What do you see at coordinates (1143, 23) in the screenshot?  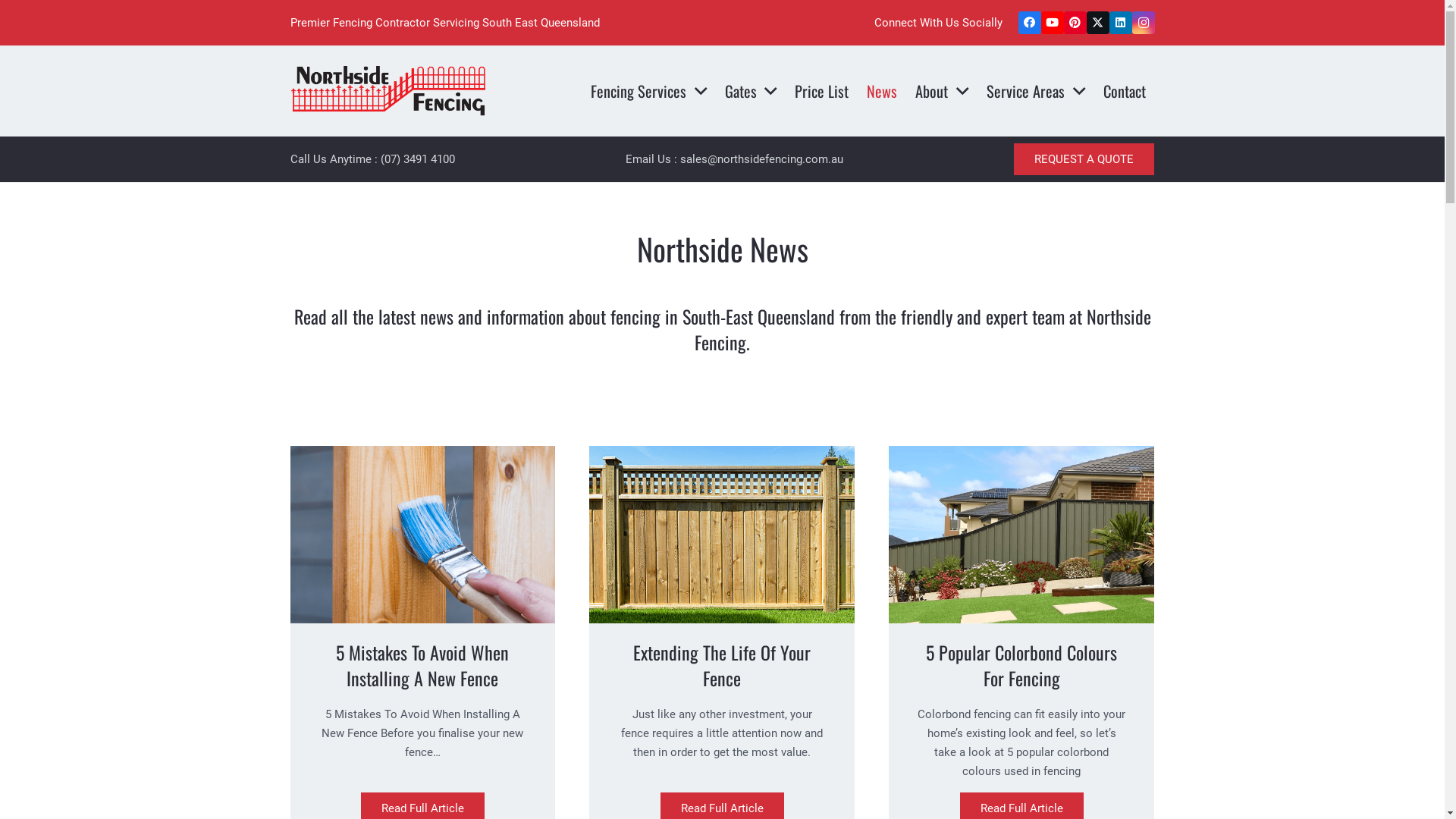 I see `'Instagram'` at bounding box center [1143, 23].